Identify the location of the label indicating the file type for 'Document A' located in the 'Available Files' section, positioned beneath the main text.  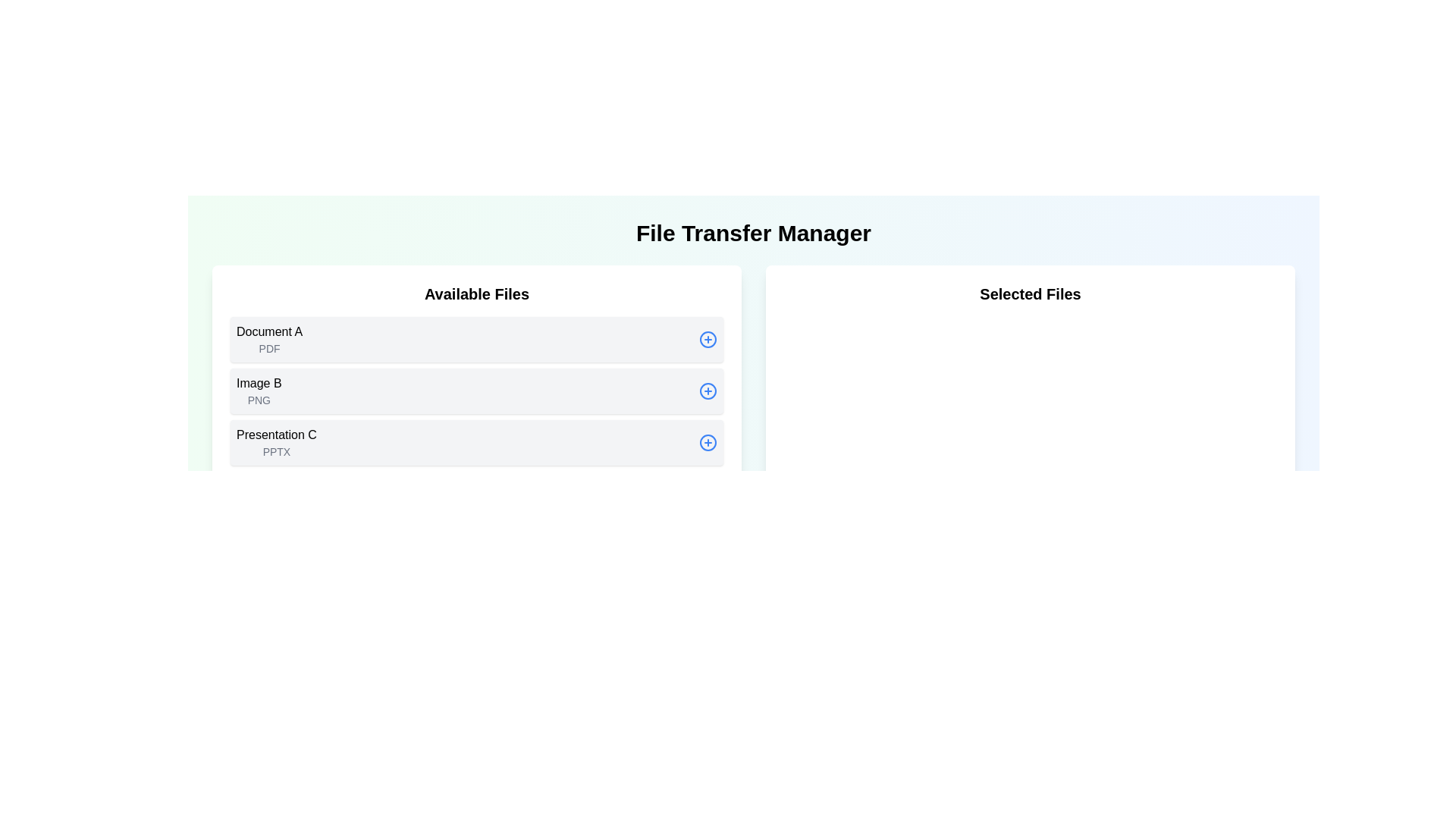
(269, 348).